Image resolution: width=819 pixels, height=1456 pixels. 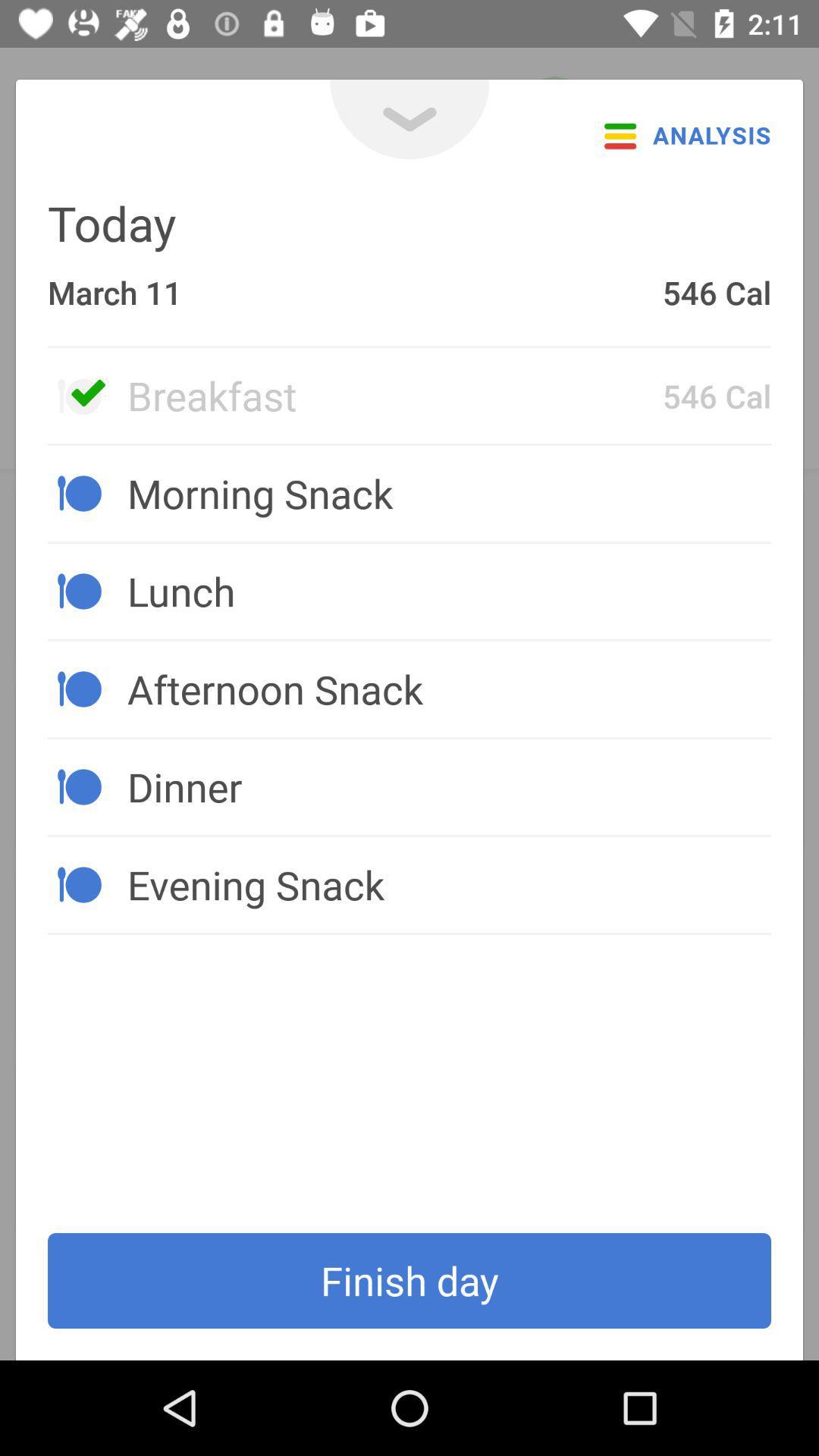 I want to click on go down, so click(x=409, y=118).